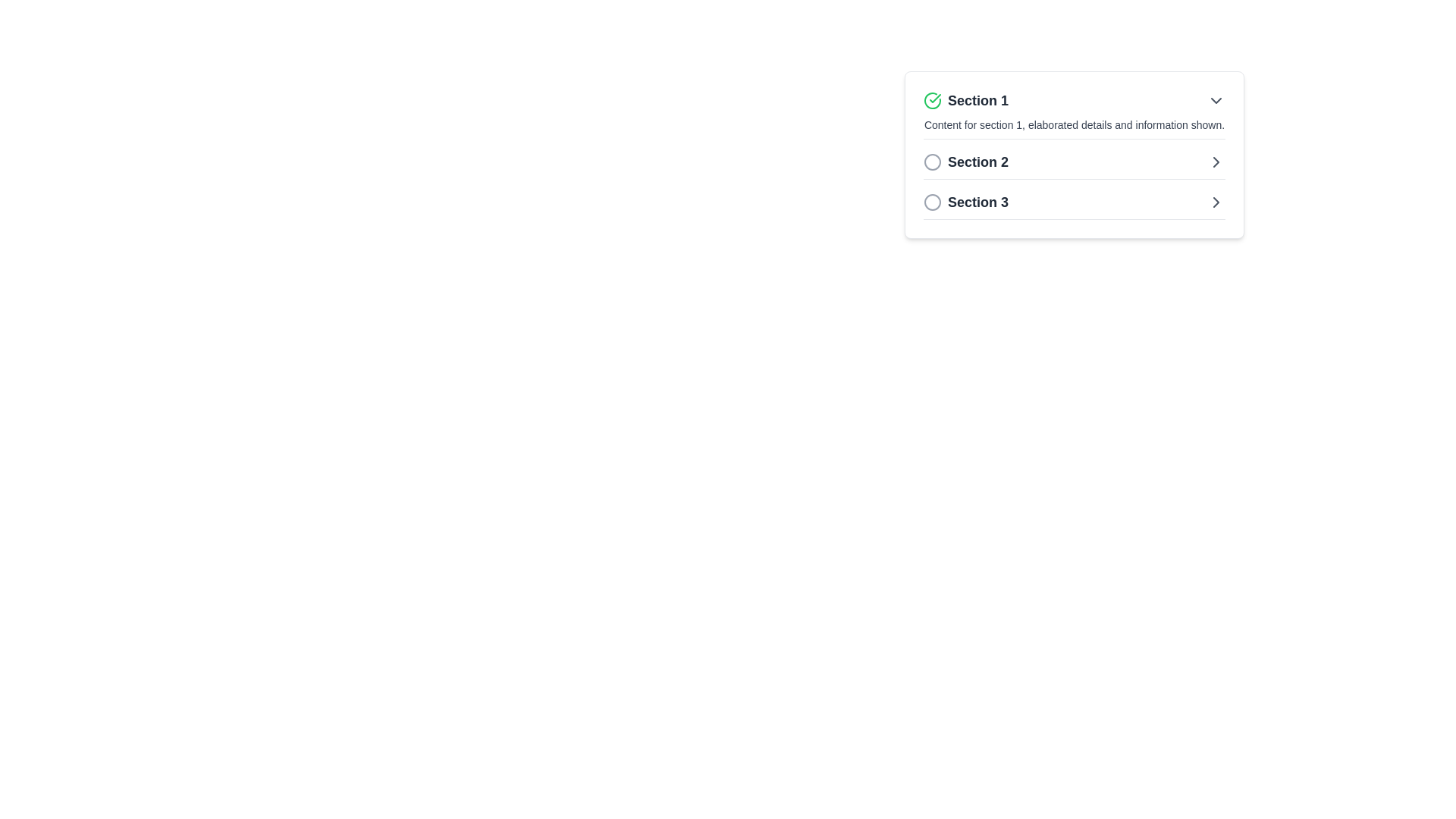  What do you see at coordinates (931, 201) in the screenshot?
I see `the simple circle representing the state of the third section in the vertical list of icons next to the associated text` at bounding box center [931, 201].